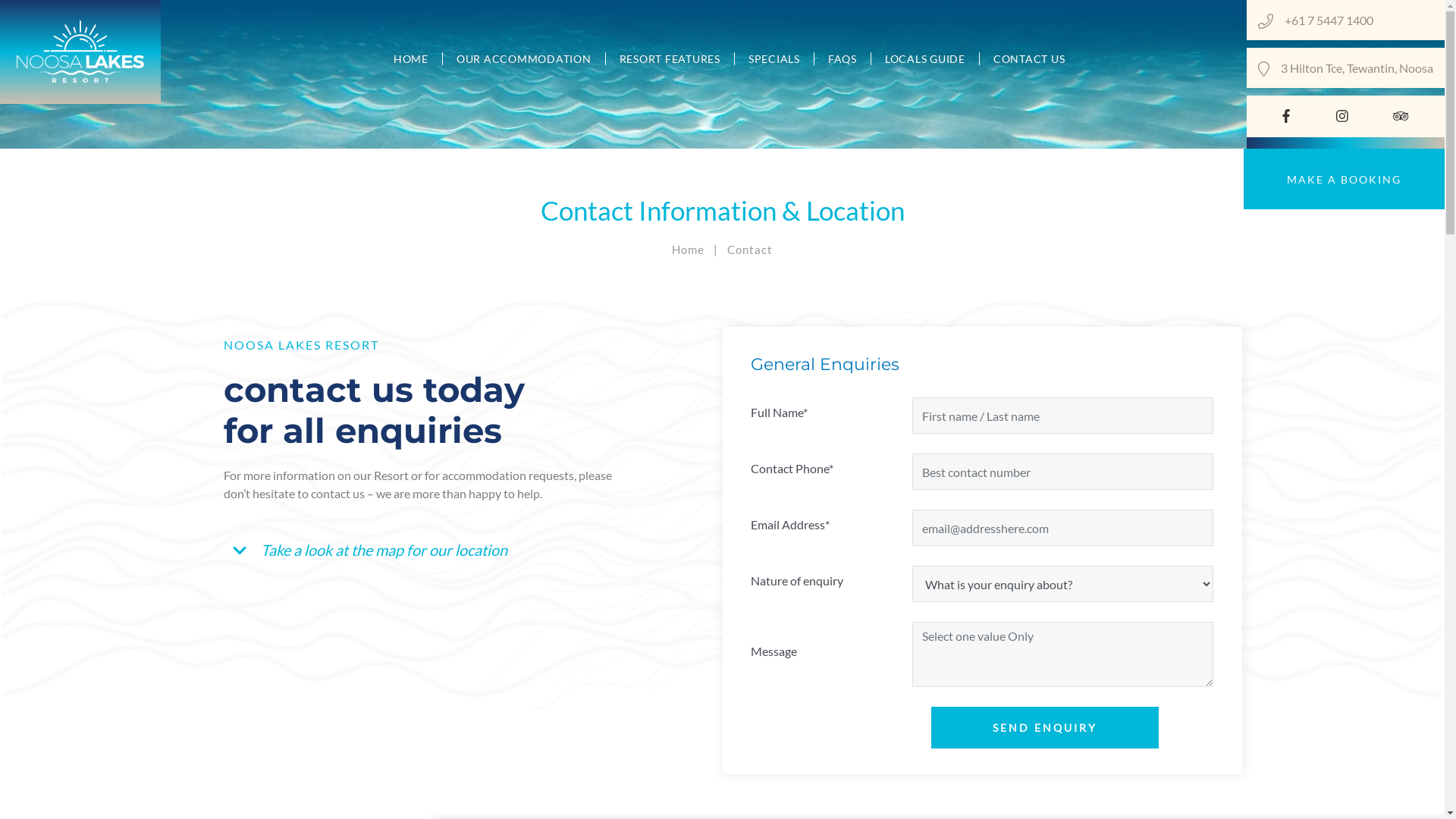  What do you see at coordinates (373, 550) in the screenshot?
I see `'Take a look at the map for our location'` at bounding box center [373, 550].